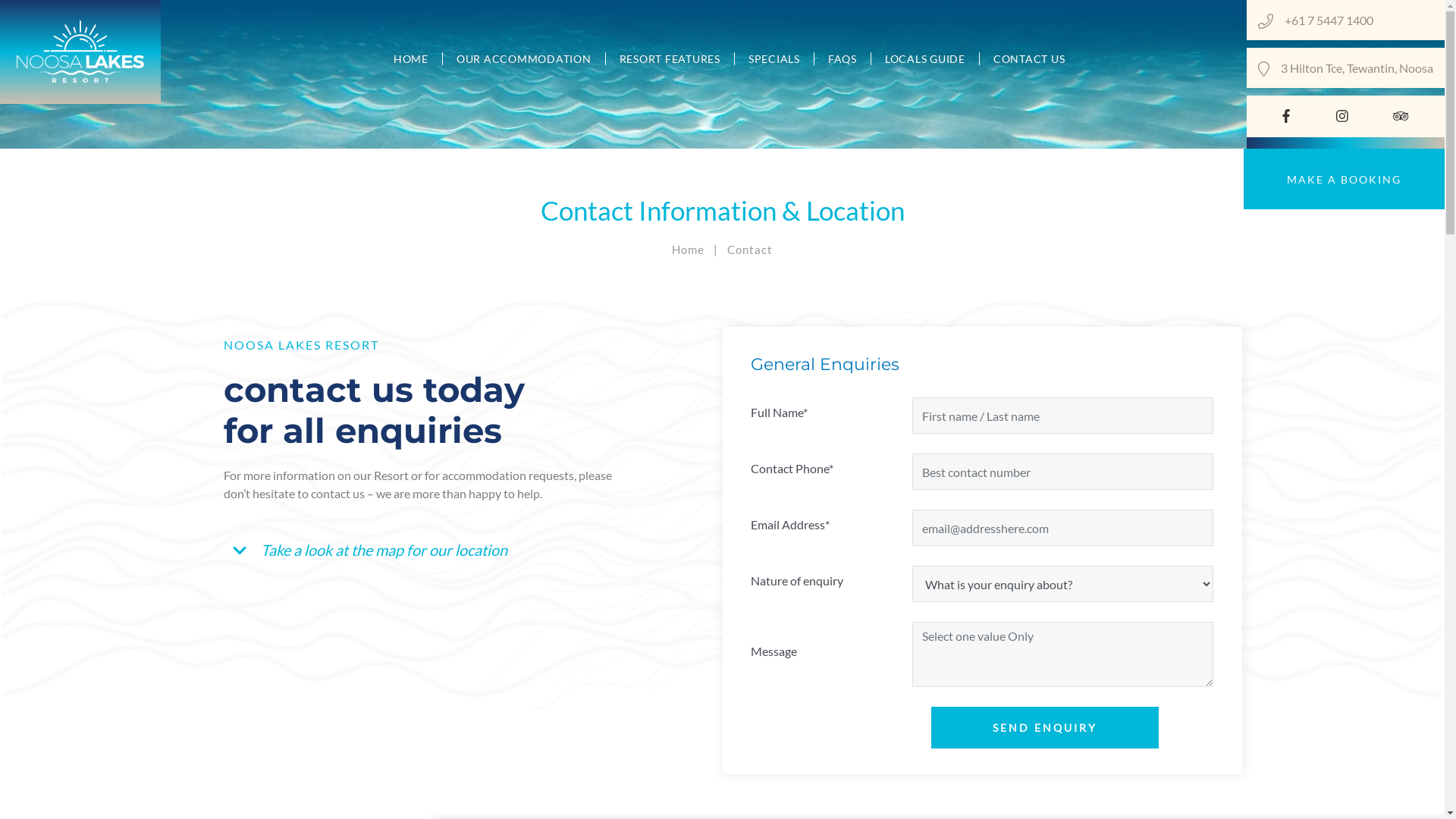  What do you see at coordinates (373, 550) in the screenshot?
I see `'Take a look at the map for our location'` at bounding box center [373, 550].